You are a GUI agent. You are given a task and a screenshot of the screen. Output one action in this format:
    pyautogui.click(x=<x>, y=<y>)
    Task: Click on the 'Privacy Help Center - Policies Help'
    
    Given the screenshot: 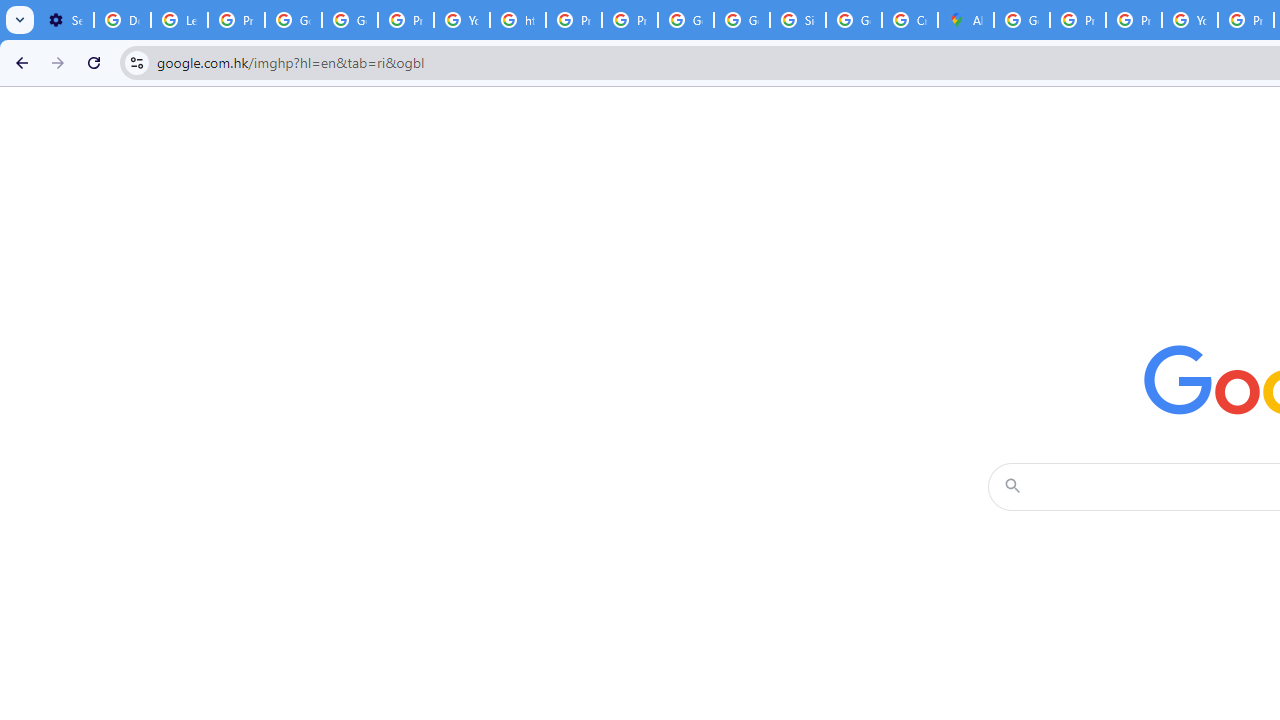 What is the action you would take?
    pyautogui.click(x=1076, y=20)
    